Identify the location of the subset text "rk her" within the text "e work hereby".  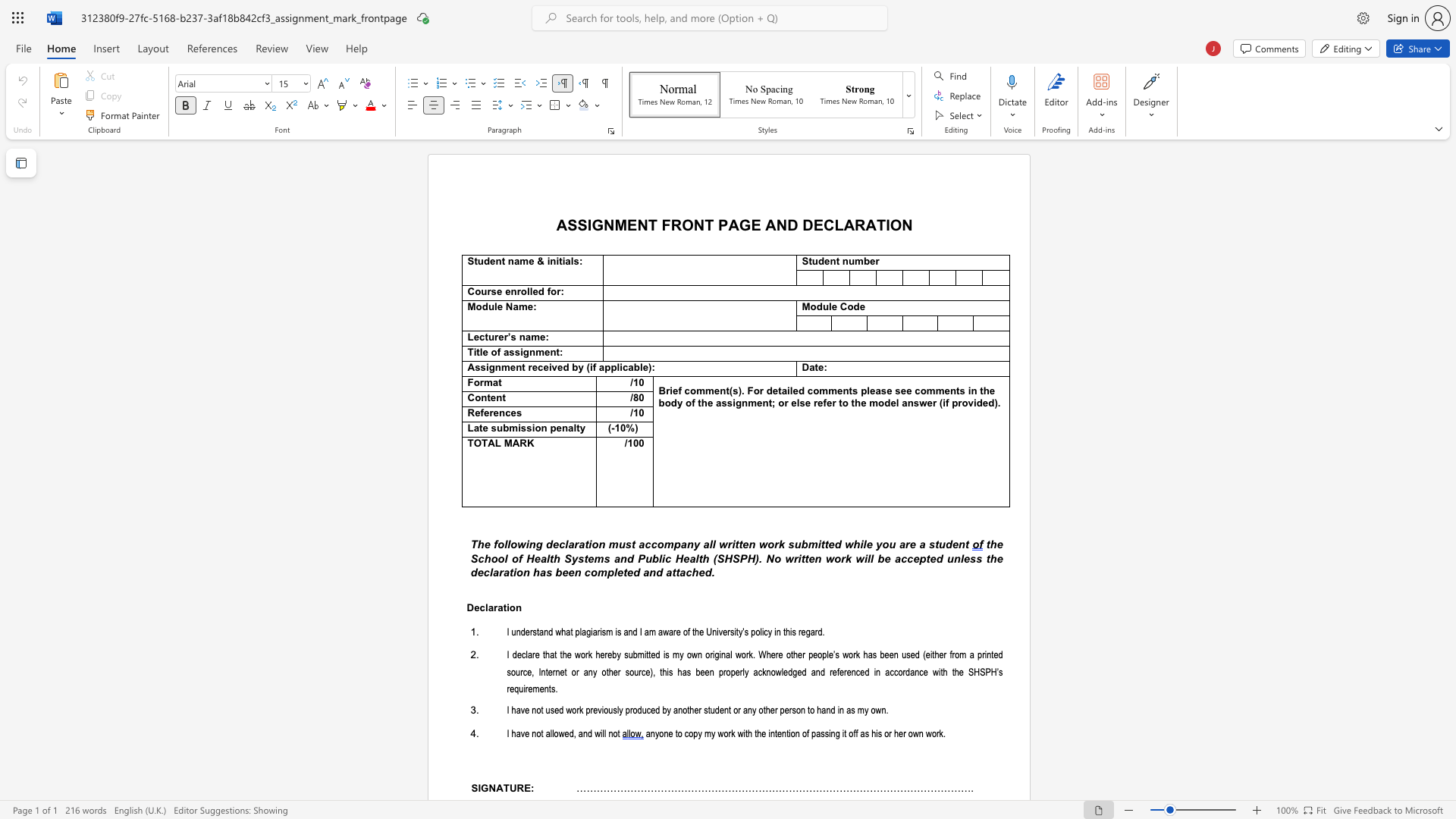
(585, 654).